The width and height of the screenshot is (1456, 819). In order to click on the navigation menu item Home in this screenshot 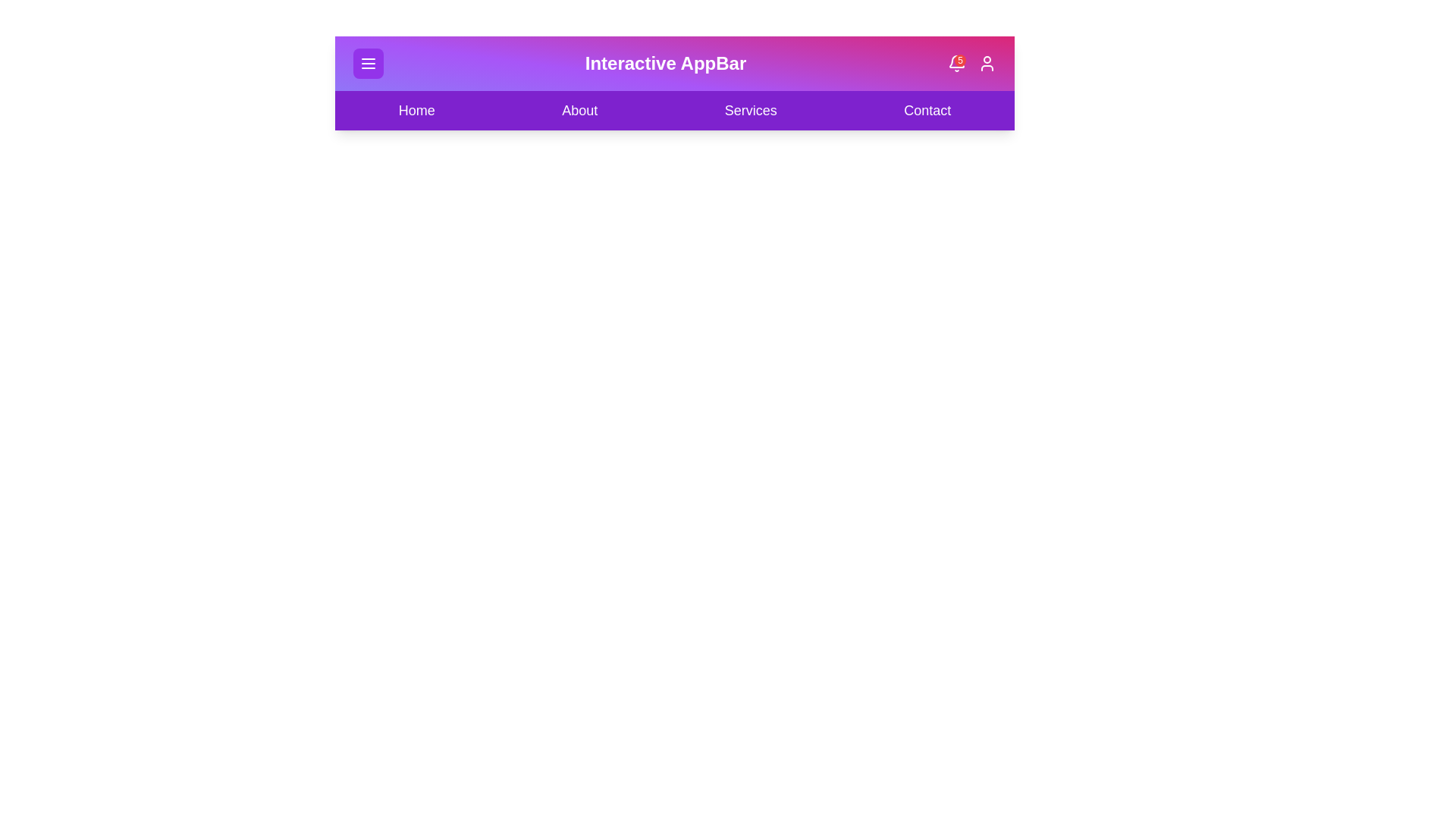, I will do `click(416, 110)`.